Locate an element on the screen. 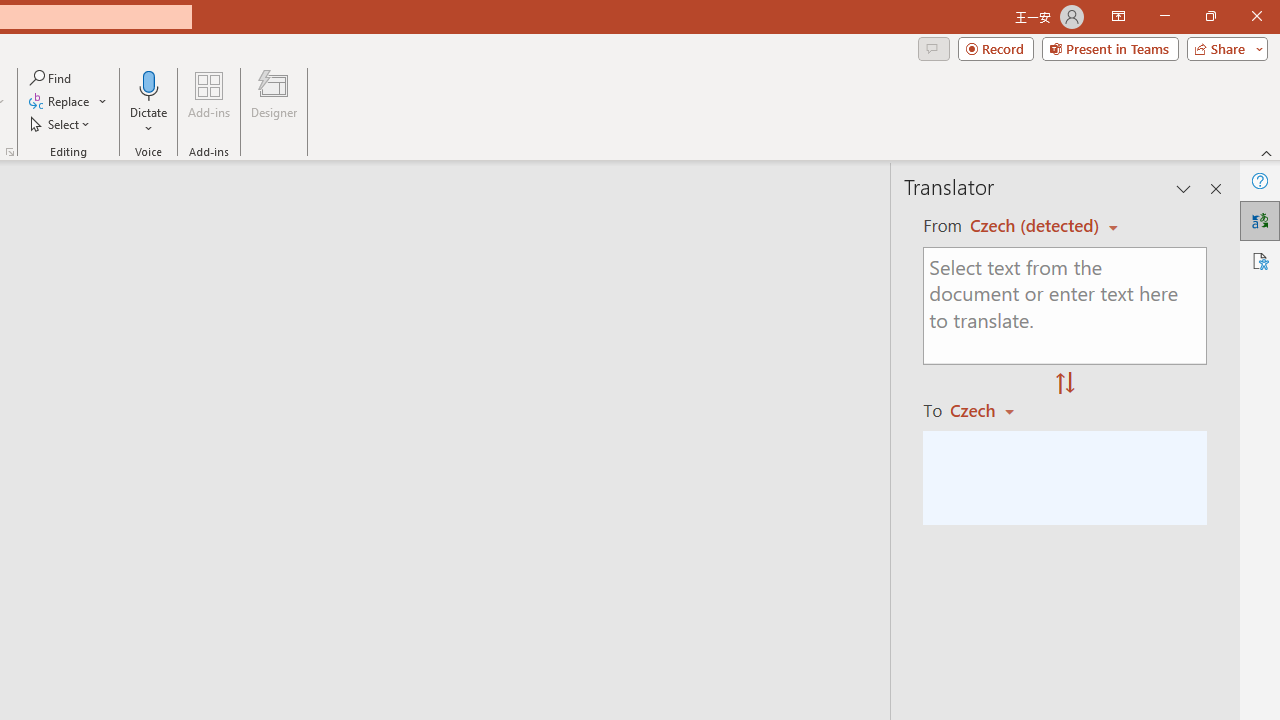 The height and width of the screenshot is (720, 1280). 'More Options' is located at coordinates (148, 121).